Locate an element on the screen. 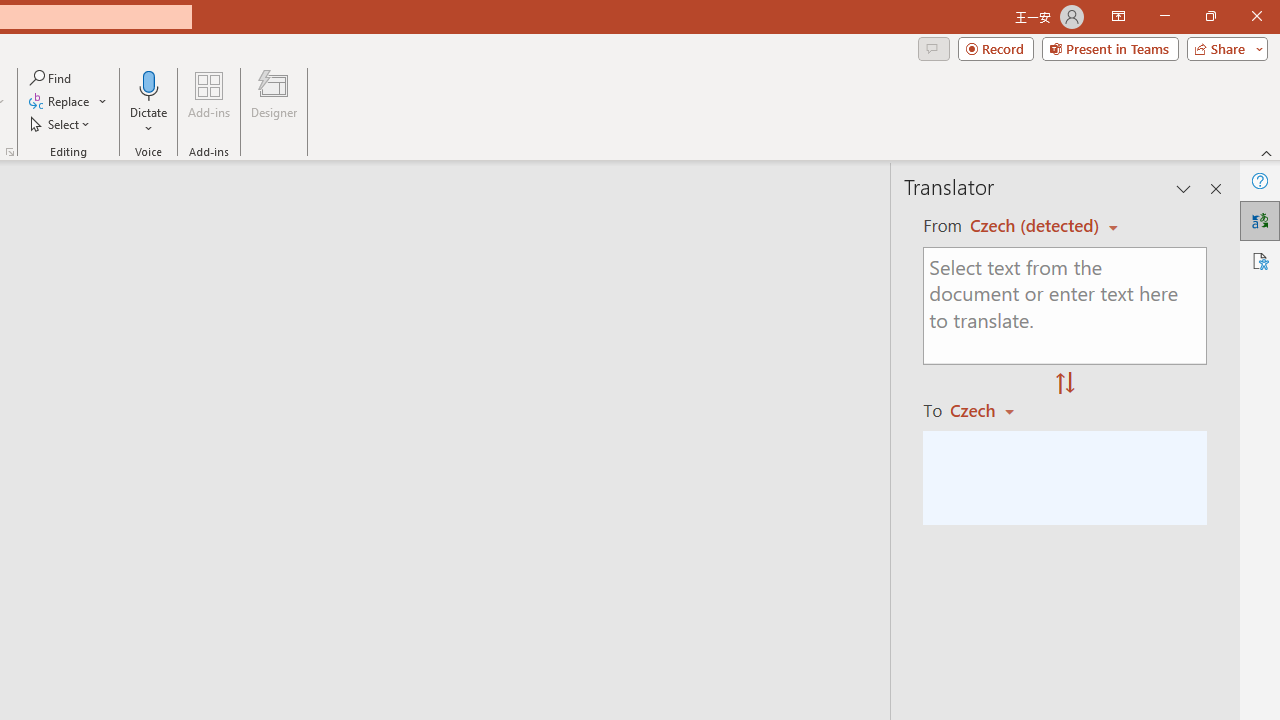 The height and width of the screenshot is (720, 1280). 'More Options' is located at coordinates (148, 121).